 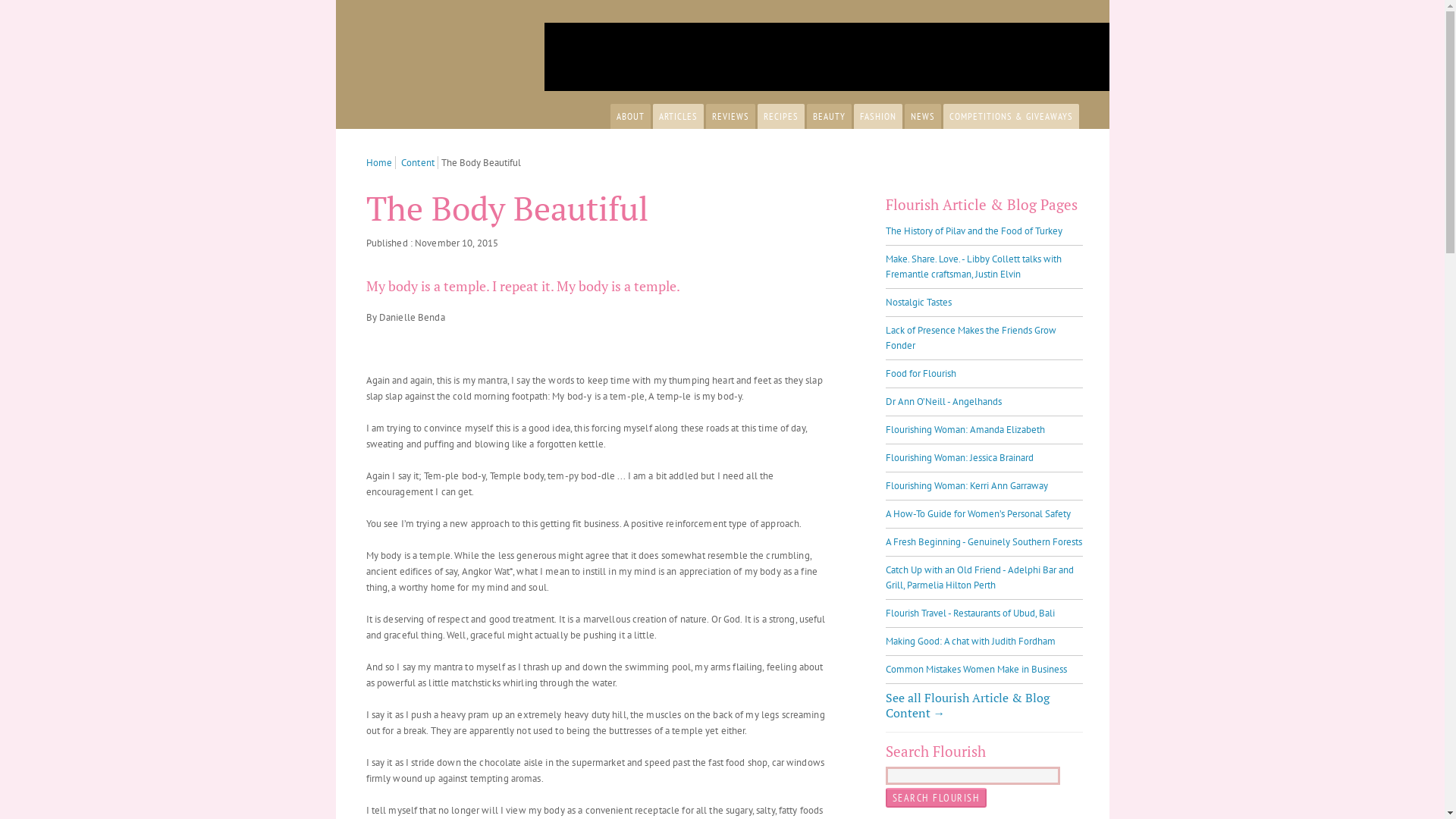 What do you see at coordinates (885, 457) in the screenshot?
I see `'Flourishing Woman: Jessica Brainard'` at bounding box center [885, 457].